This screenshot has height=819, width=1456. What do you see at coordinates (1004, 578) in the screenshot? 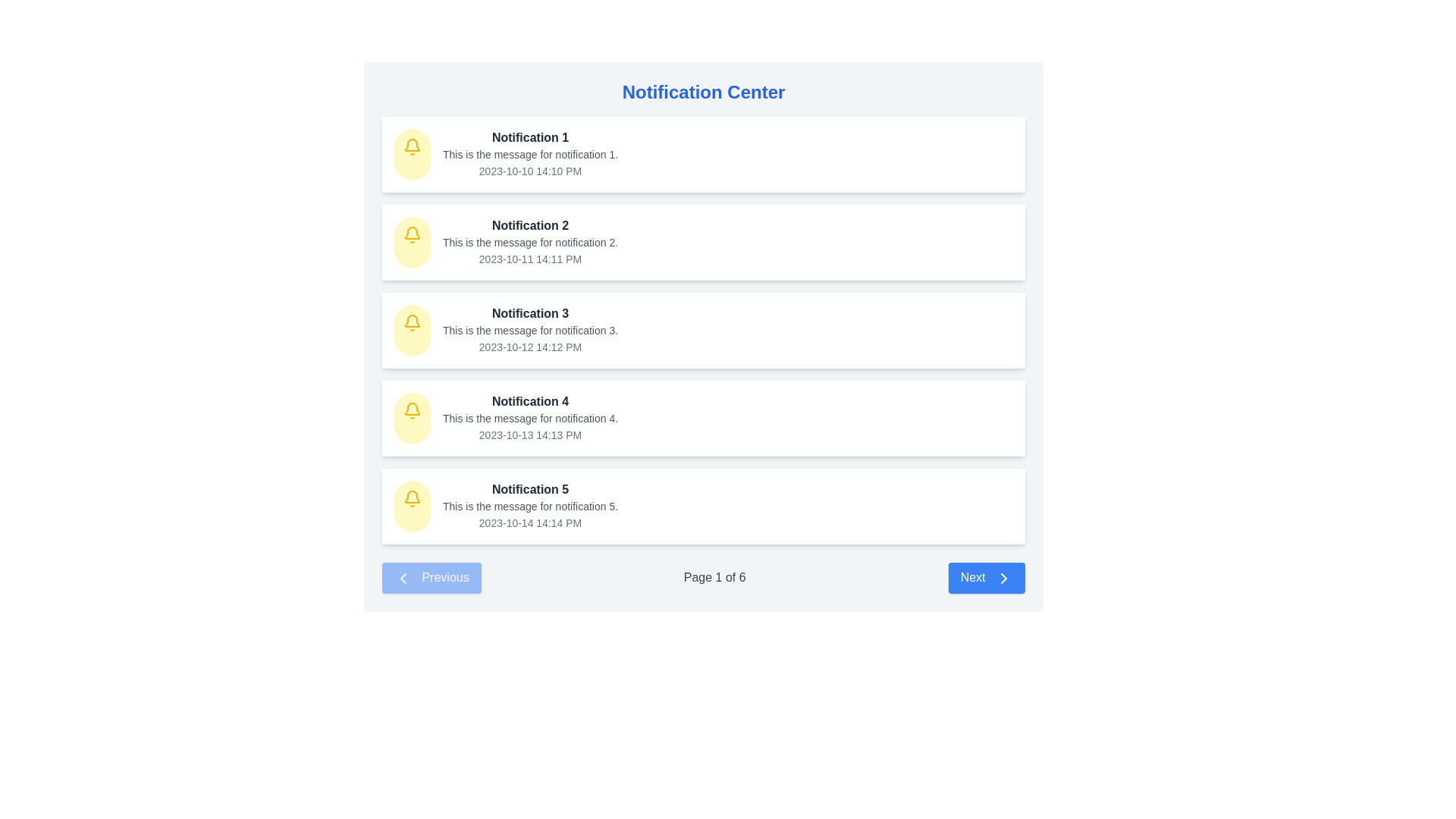
I see `the 'Next' button by navigating to the right-facing chevron icon located at the far right of the button` at bounding box center [1004, 578].